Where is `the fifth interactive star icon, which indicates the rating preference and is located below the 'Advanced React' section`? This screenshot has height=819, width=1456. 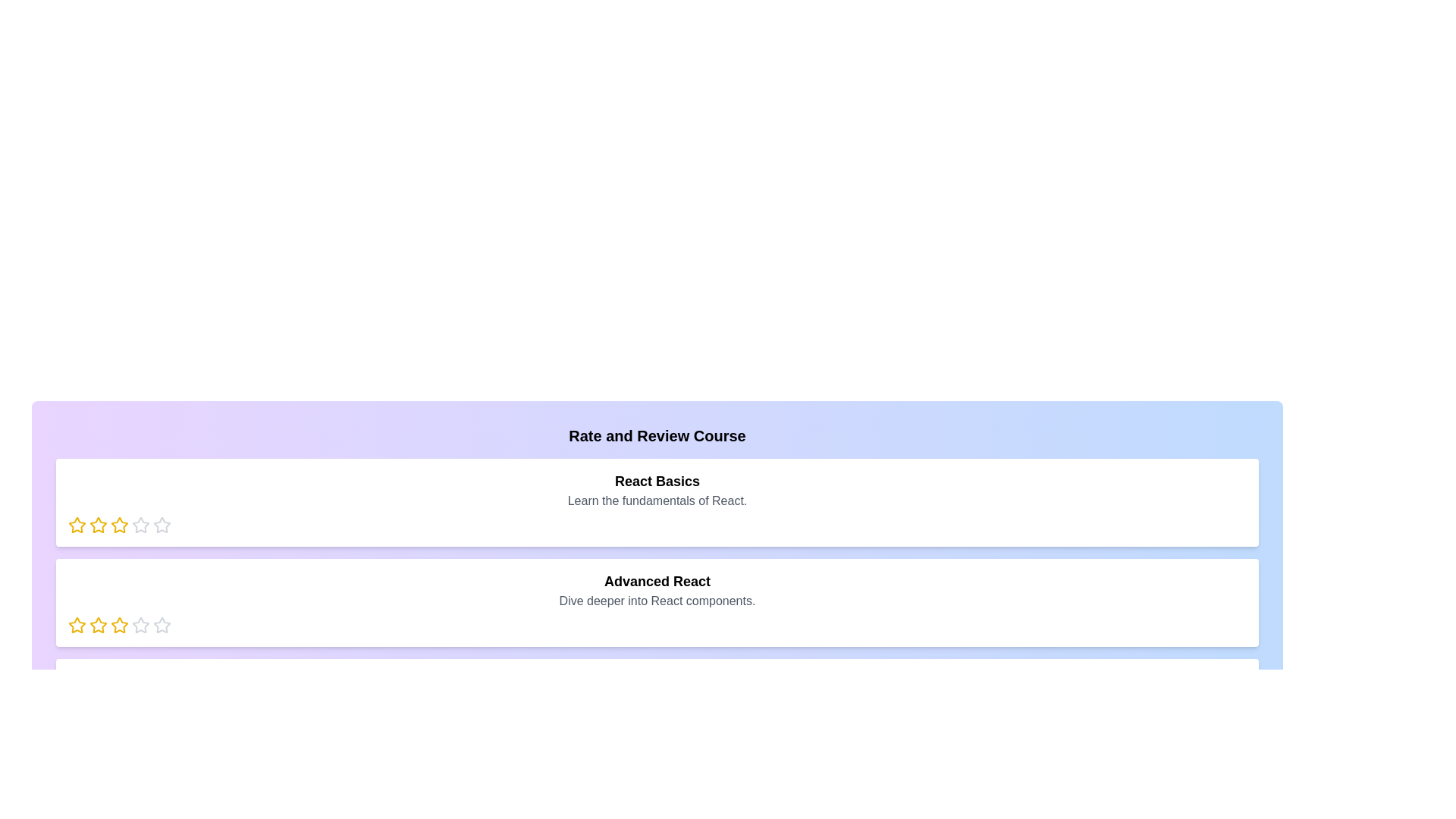 the fifth interactive star icon, which indicates the rating preference and is located below the 'Advanced React' section is located at coordinates (162, 626).